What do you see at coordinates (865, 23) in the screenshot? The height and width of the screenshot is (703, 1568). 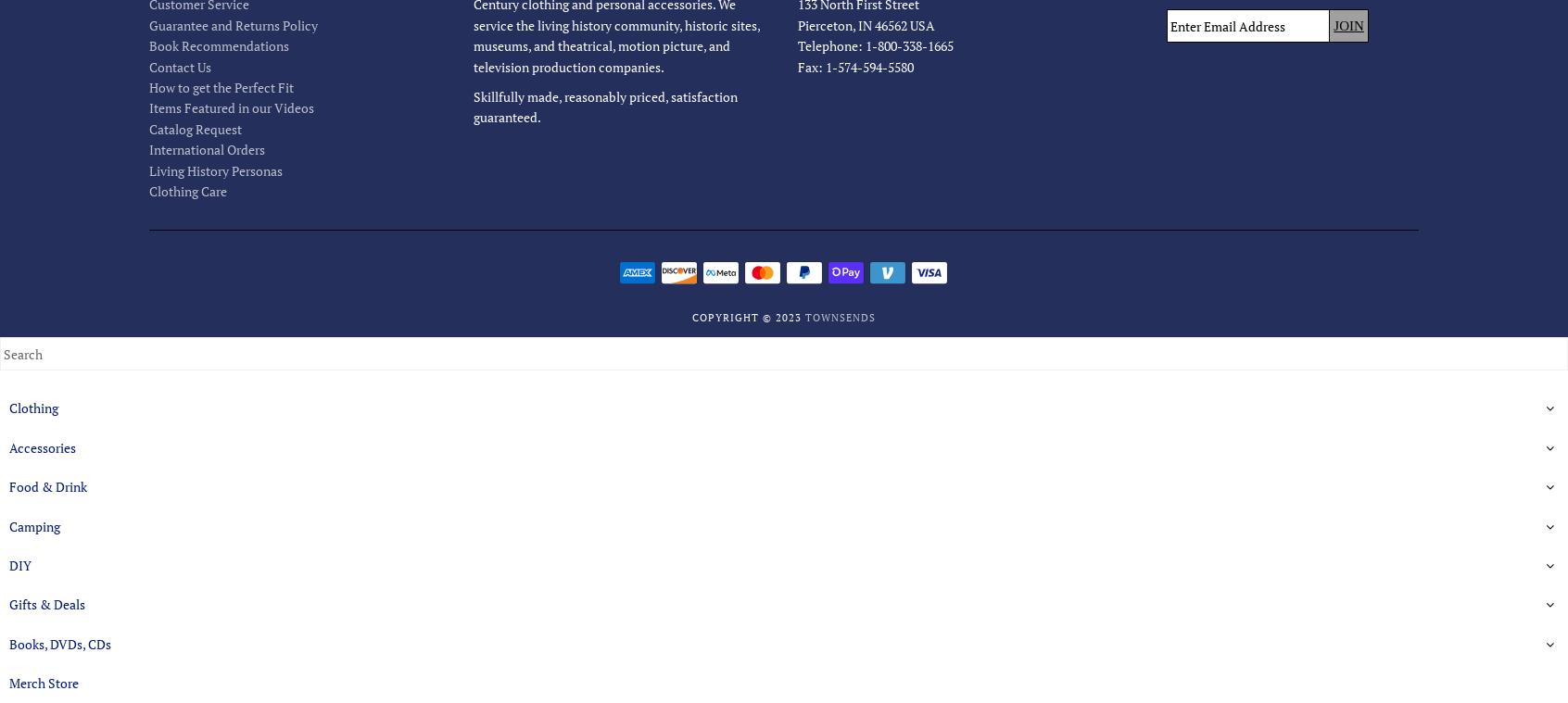 I see `'Pierceton, IN 46562 USA'` at bounding box center [865, 23].